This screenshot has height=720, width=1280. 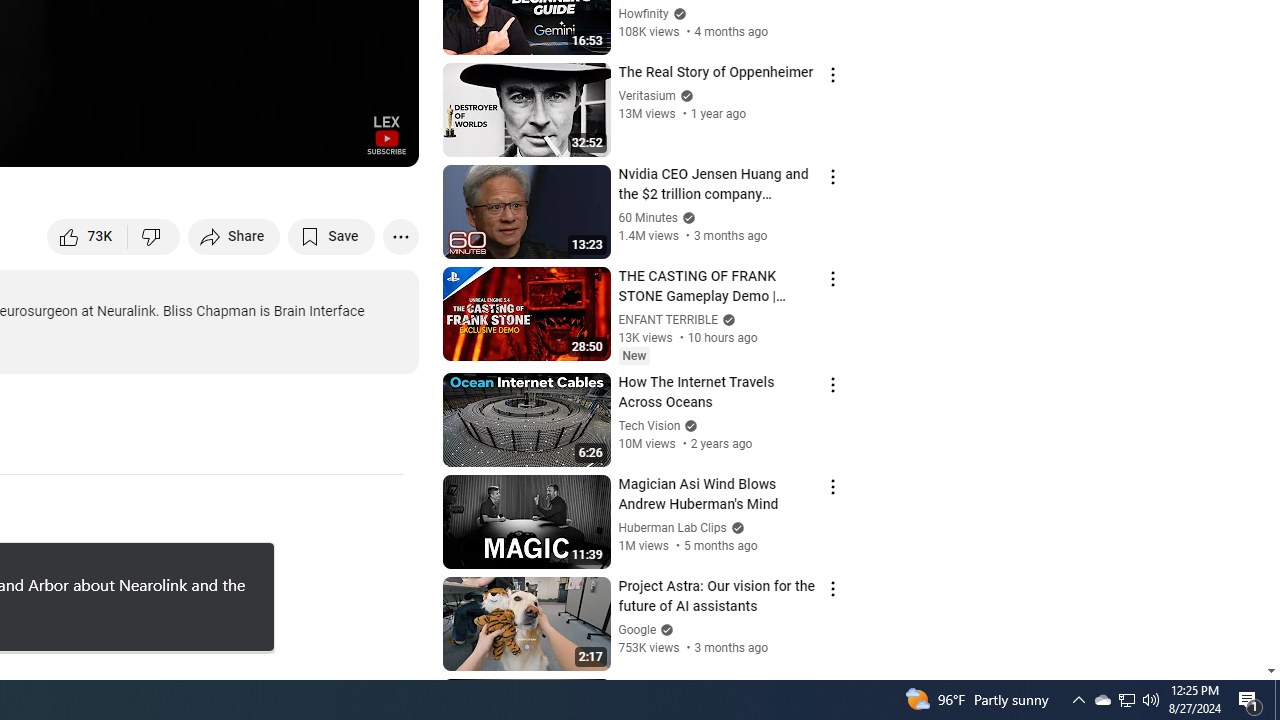 What do you see at coordinates (141, 141) in the screenshot?
I see `'Autoplay is on'` at bounding box center [141, 141].